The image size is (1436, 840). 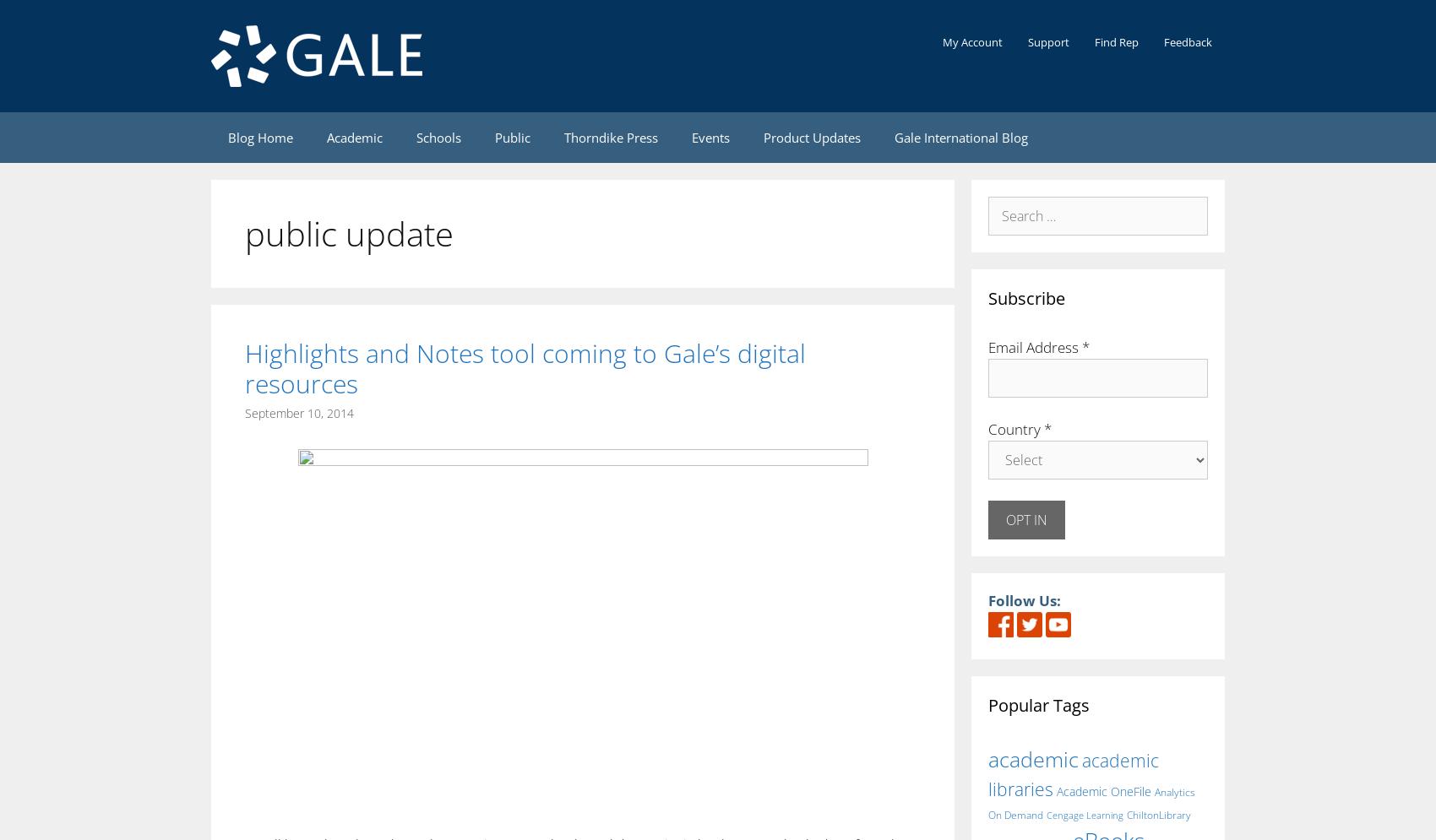 What do you see at coordinates (1072, 772) in the screenshot?
I see `'academic libraries'` at bounding box center [1072, 772].